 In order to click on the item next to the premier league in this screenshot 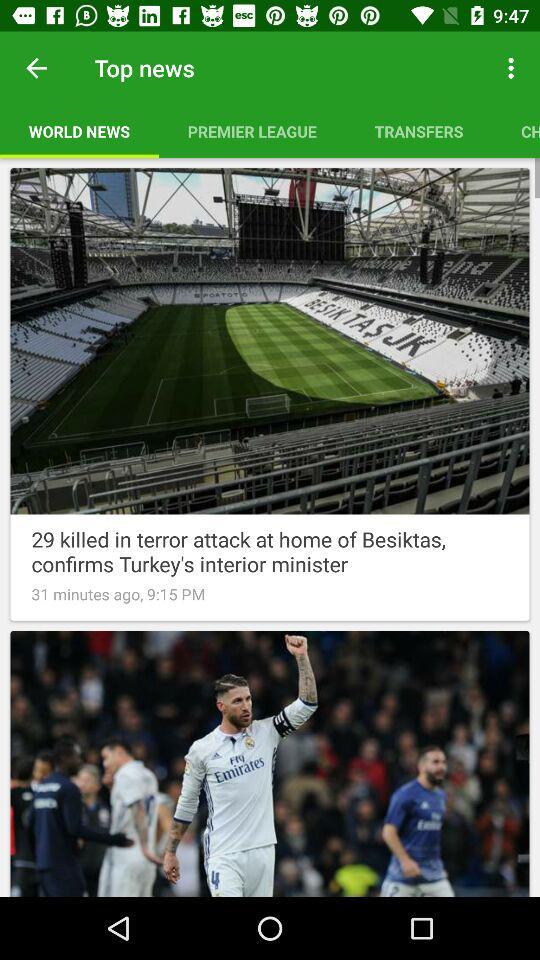, I will do `click(513, 68)`.